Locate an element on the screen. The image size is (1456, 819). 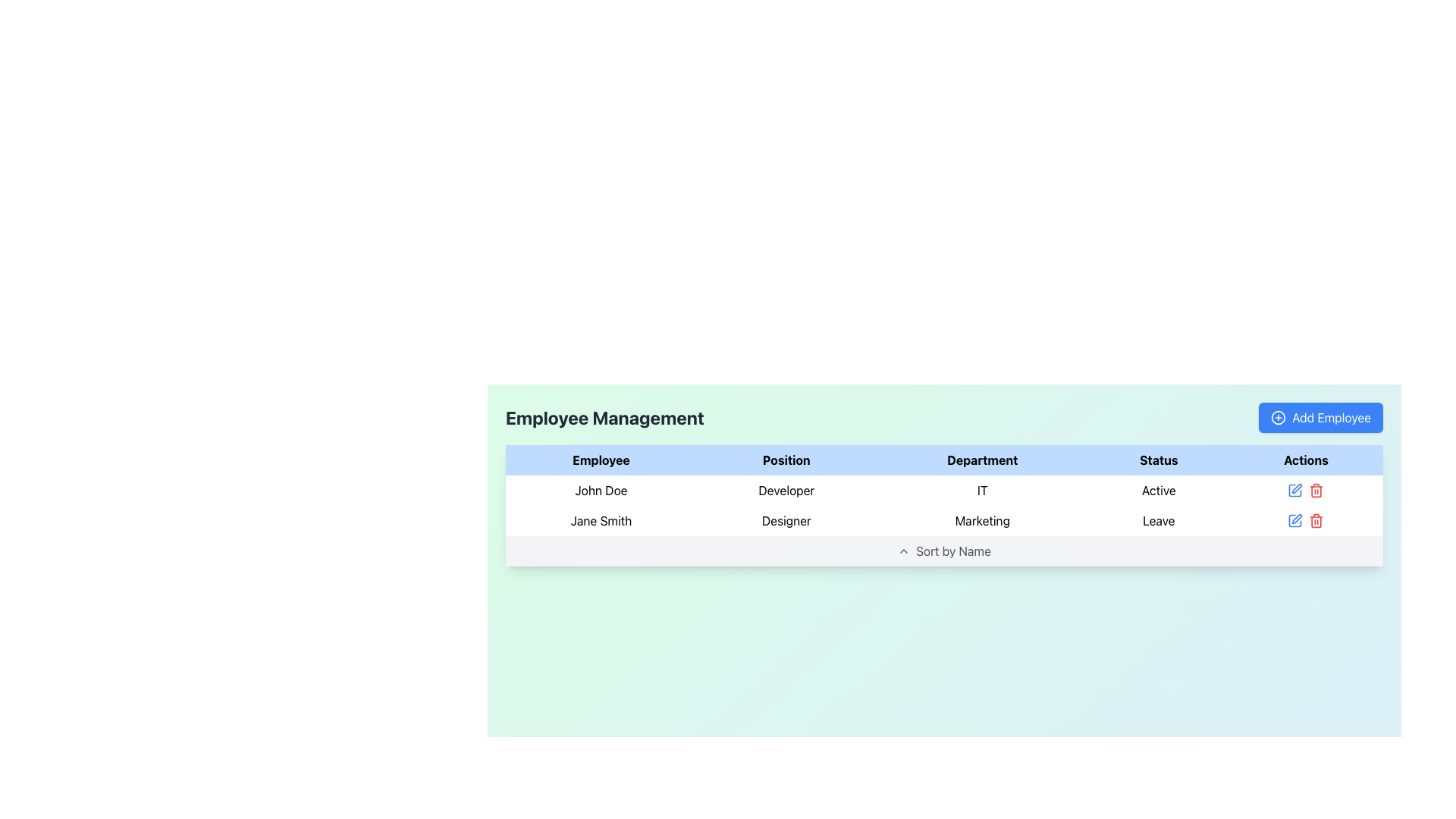
the delete button in the actions column of the employee table for the record of 'Jane Smith' is located at coordinates (1316, 491).